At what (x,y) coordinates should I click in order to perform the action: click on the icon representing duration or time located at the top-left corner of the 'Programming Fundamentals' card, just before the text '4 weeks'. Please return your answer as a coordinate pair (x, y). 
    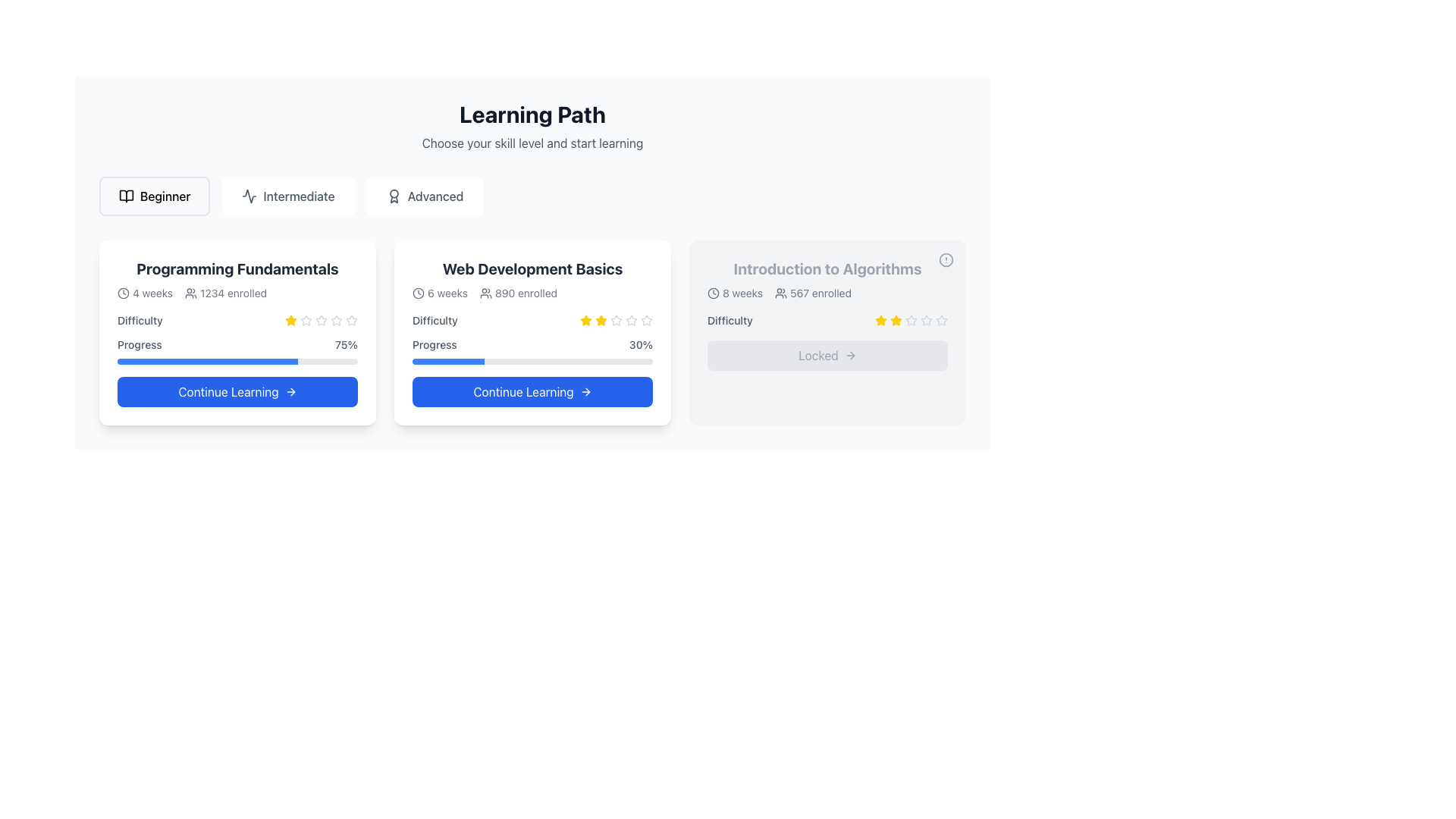
    Looking at the image, I should click on (124, 293).